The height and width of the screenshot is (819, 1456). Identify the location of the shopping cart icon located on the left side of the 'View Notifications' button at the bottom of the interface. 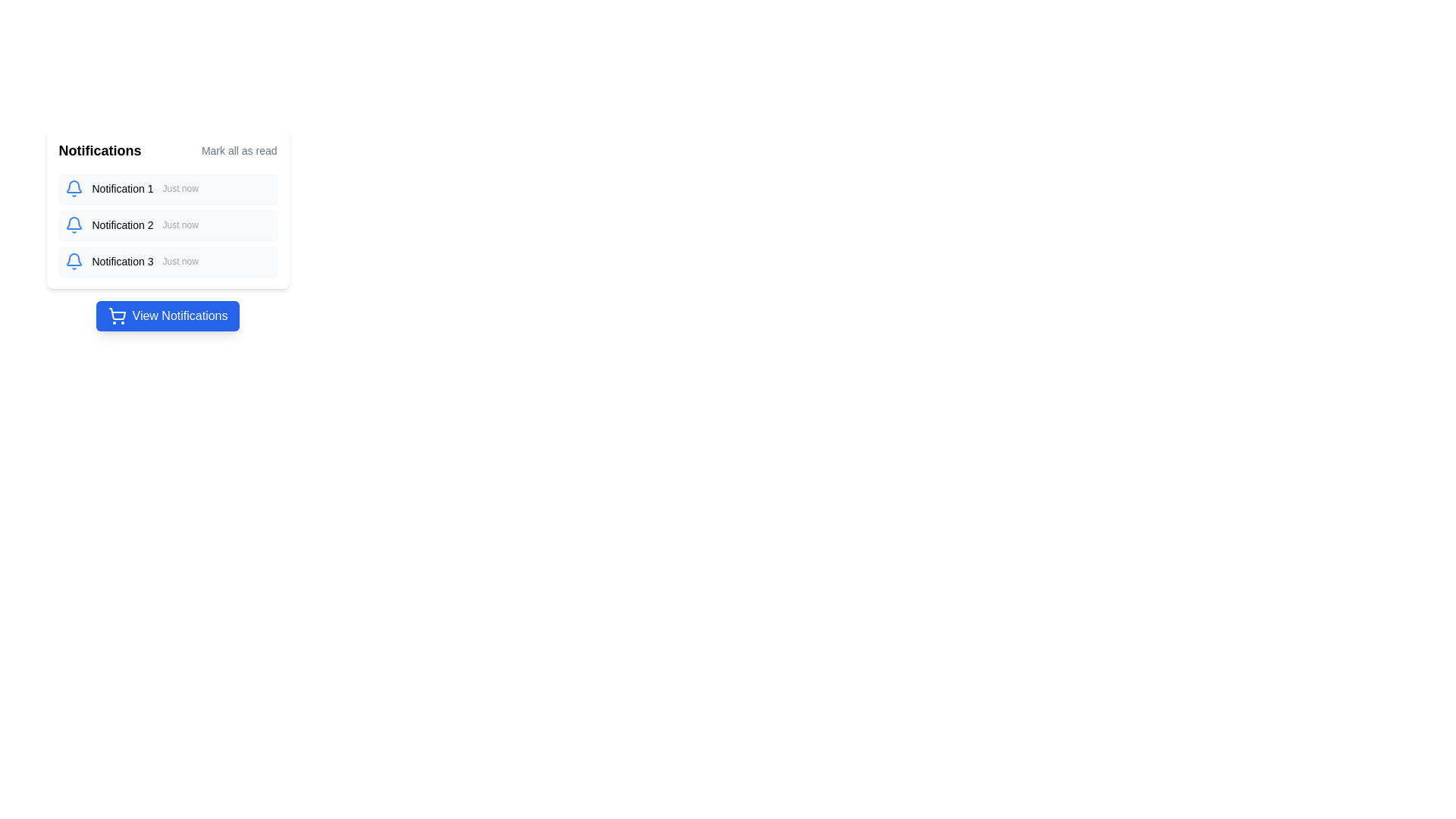
(116, 313).